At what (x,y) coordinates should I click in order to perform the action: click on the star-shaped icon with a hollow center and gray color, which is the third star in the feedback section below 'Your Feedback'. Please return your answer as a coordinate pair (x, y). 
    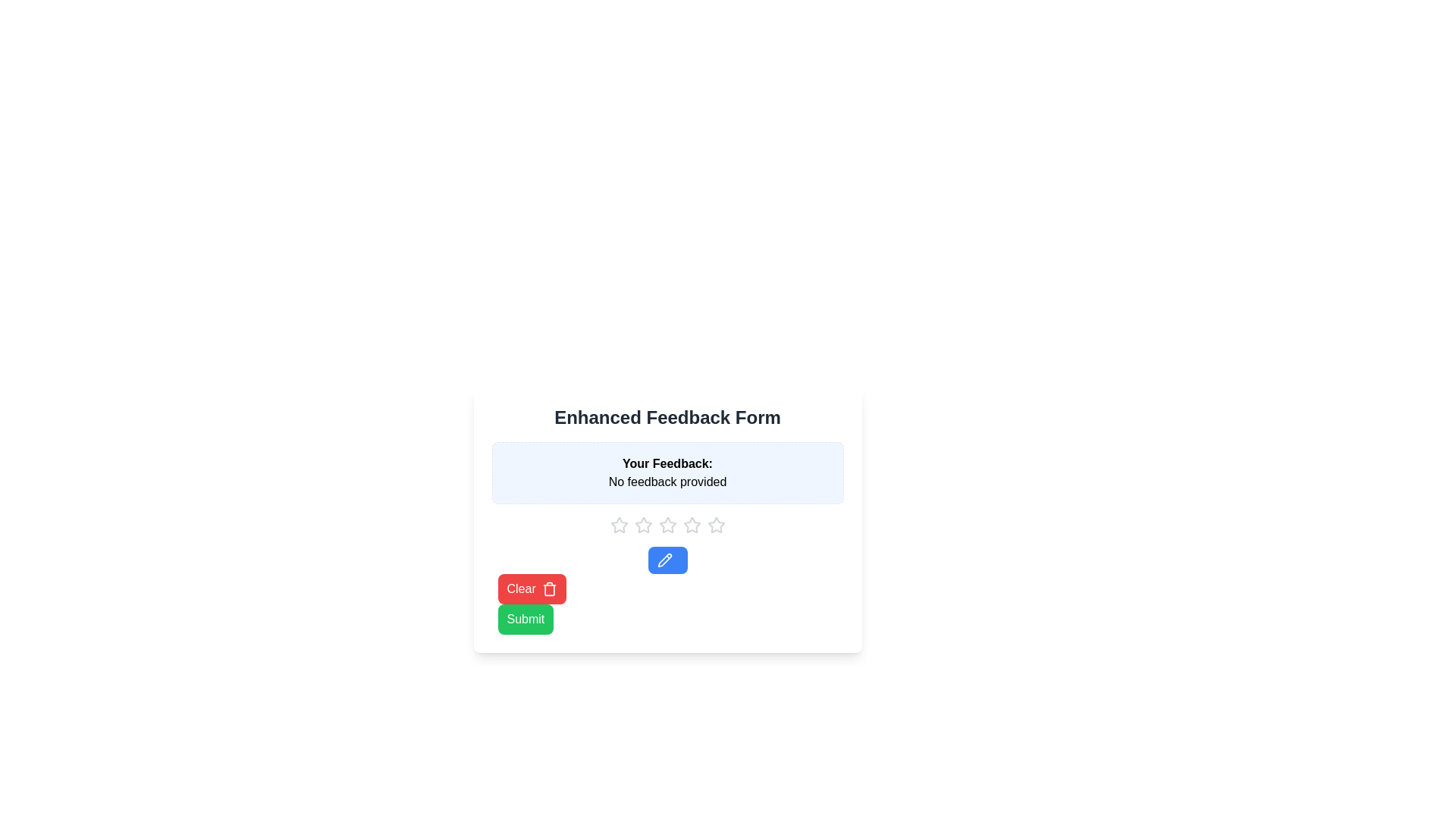
    Looking at the image, I should click on (643, 525).